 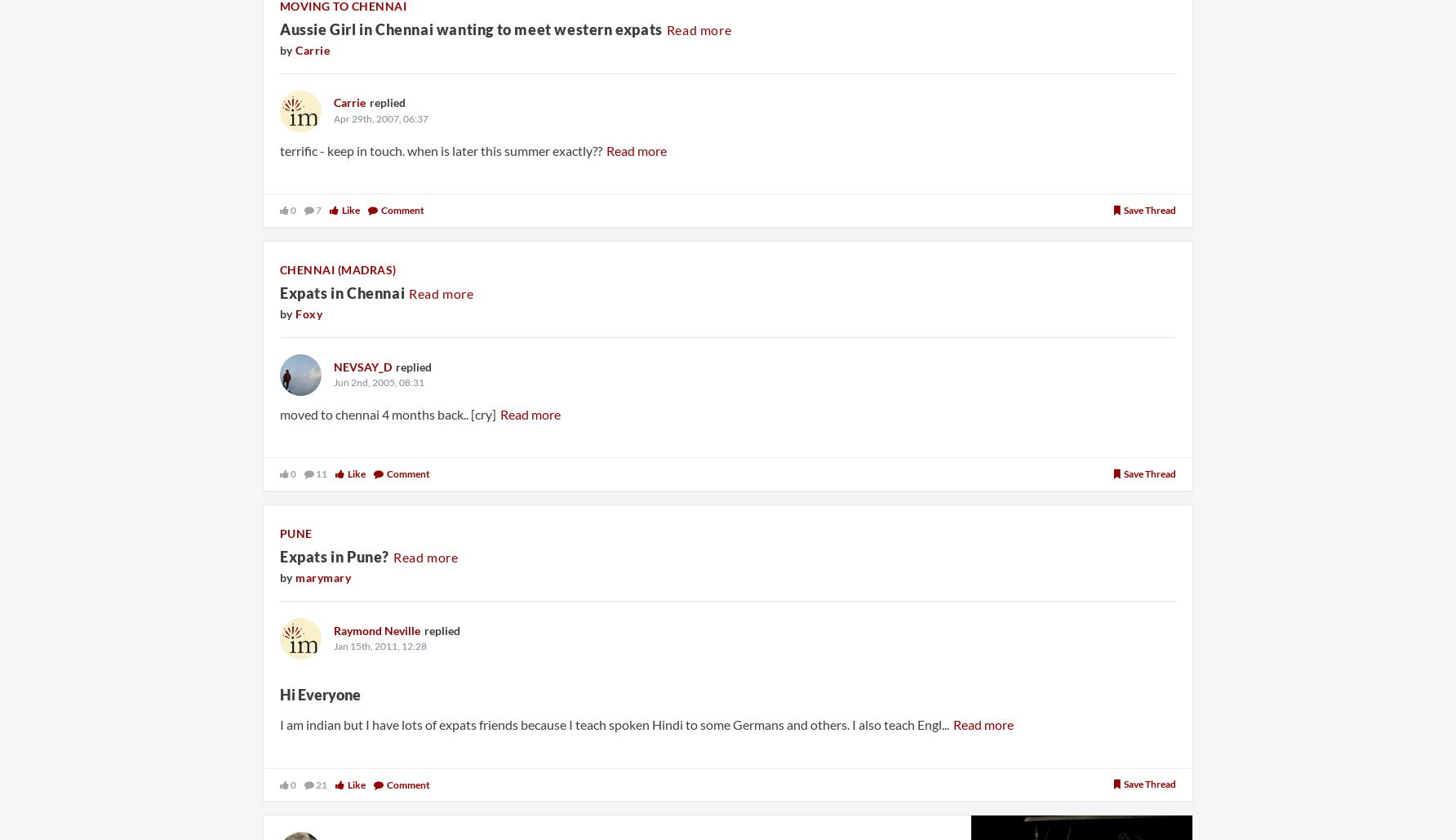 What do you see at coordinates (295, 532) in the screenshot?
I see `'Pune'` at bounding box center [295, 532].